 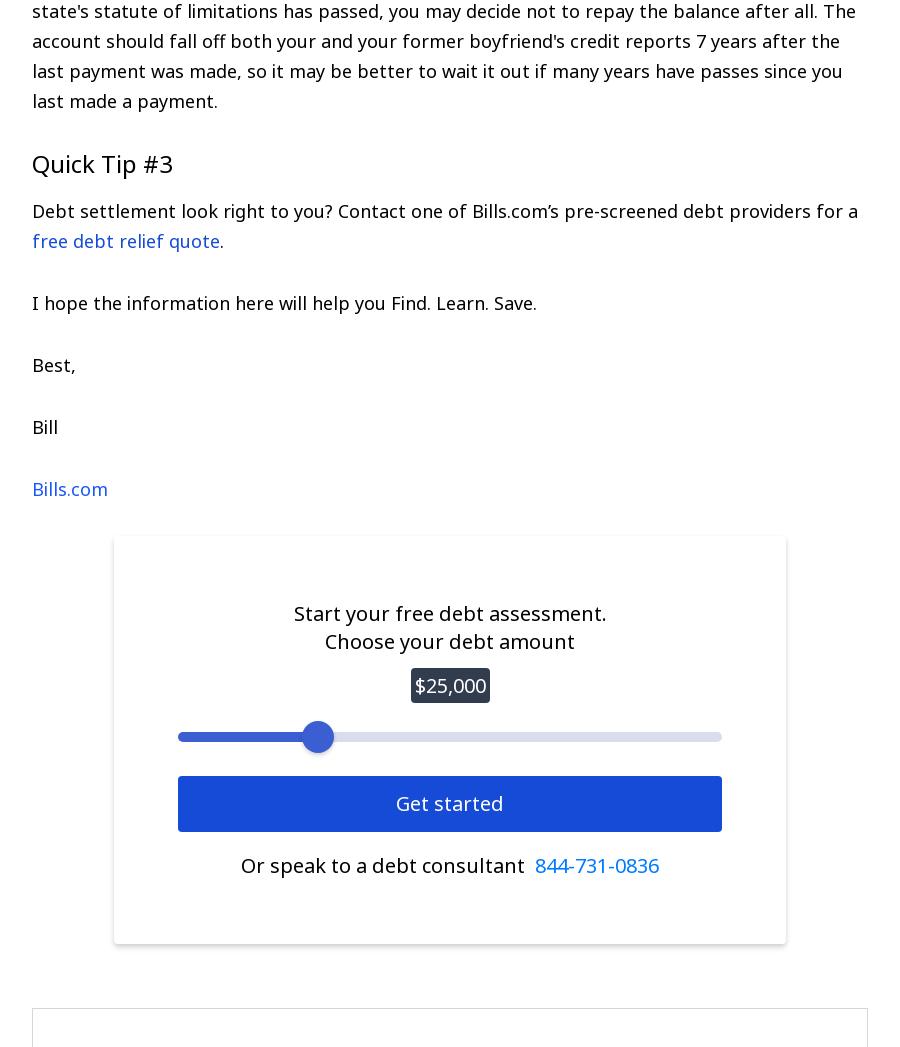 What do you see at coordinates (387, 864) in the screenshot?
I see `'Or speak to a debt consultant'` at bounding box center [387, 864].